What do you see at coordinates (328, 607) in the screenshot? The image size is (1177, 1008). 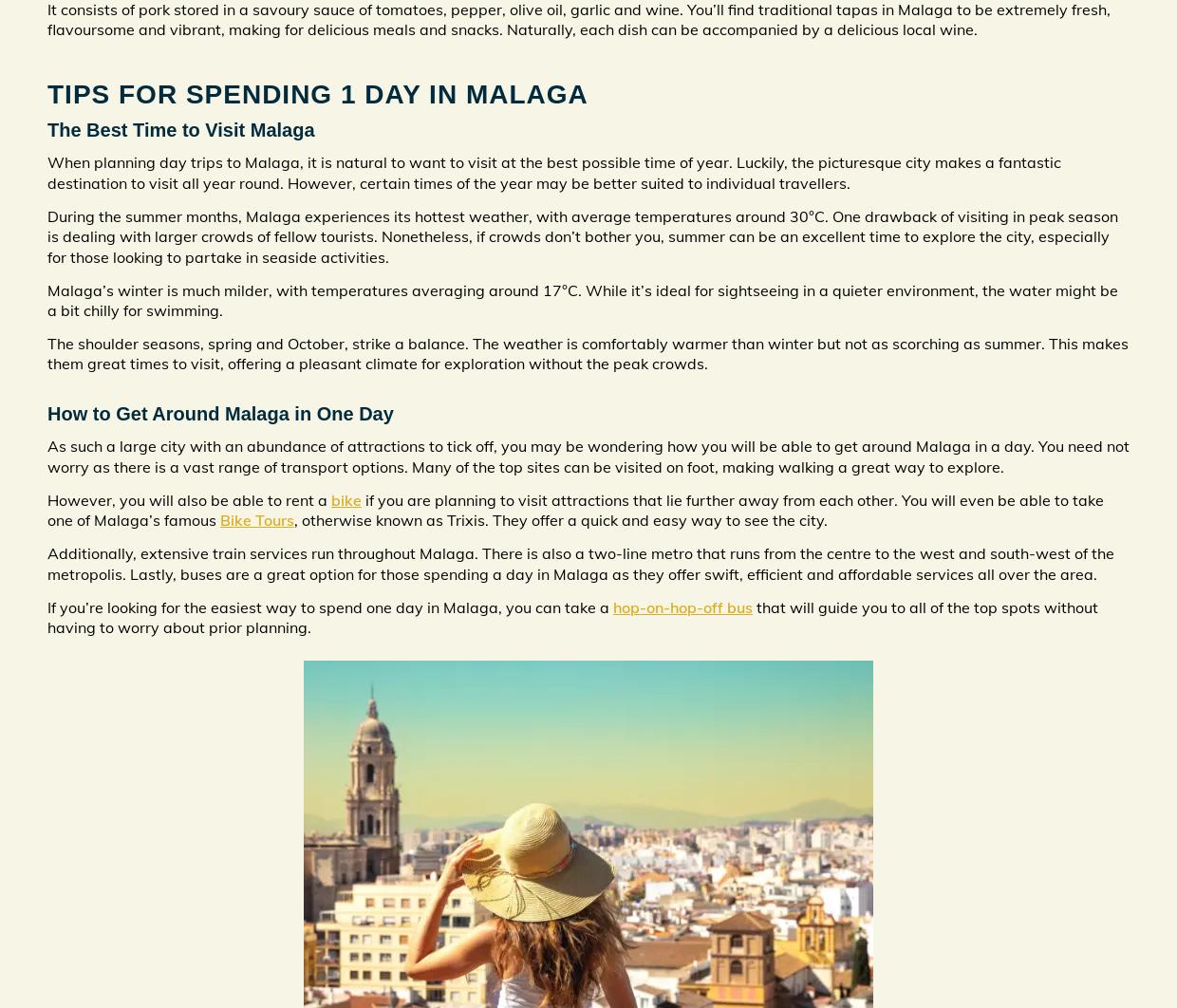 I see `'If you’re looking for the easiest way to spend one day in Malaga, you can take a'` at bounding box center [328, 607].